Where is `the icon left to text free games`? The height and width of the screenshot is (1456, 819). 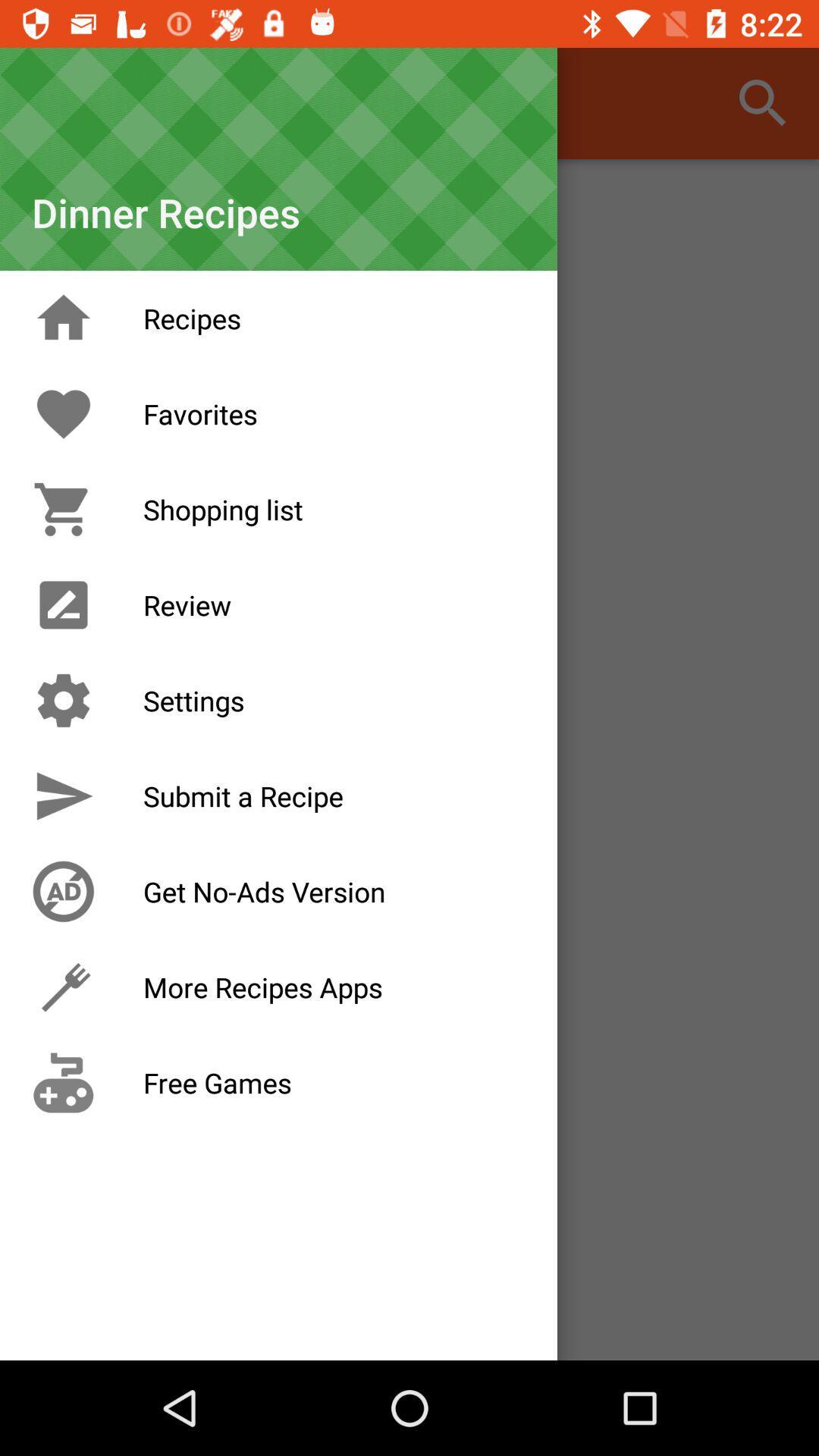
the icon left to text free games is located at coordinates (63, 1082).